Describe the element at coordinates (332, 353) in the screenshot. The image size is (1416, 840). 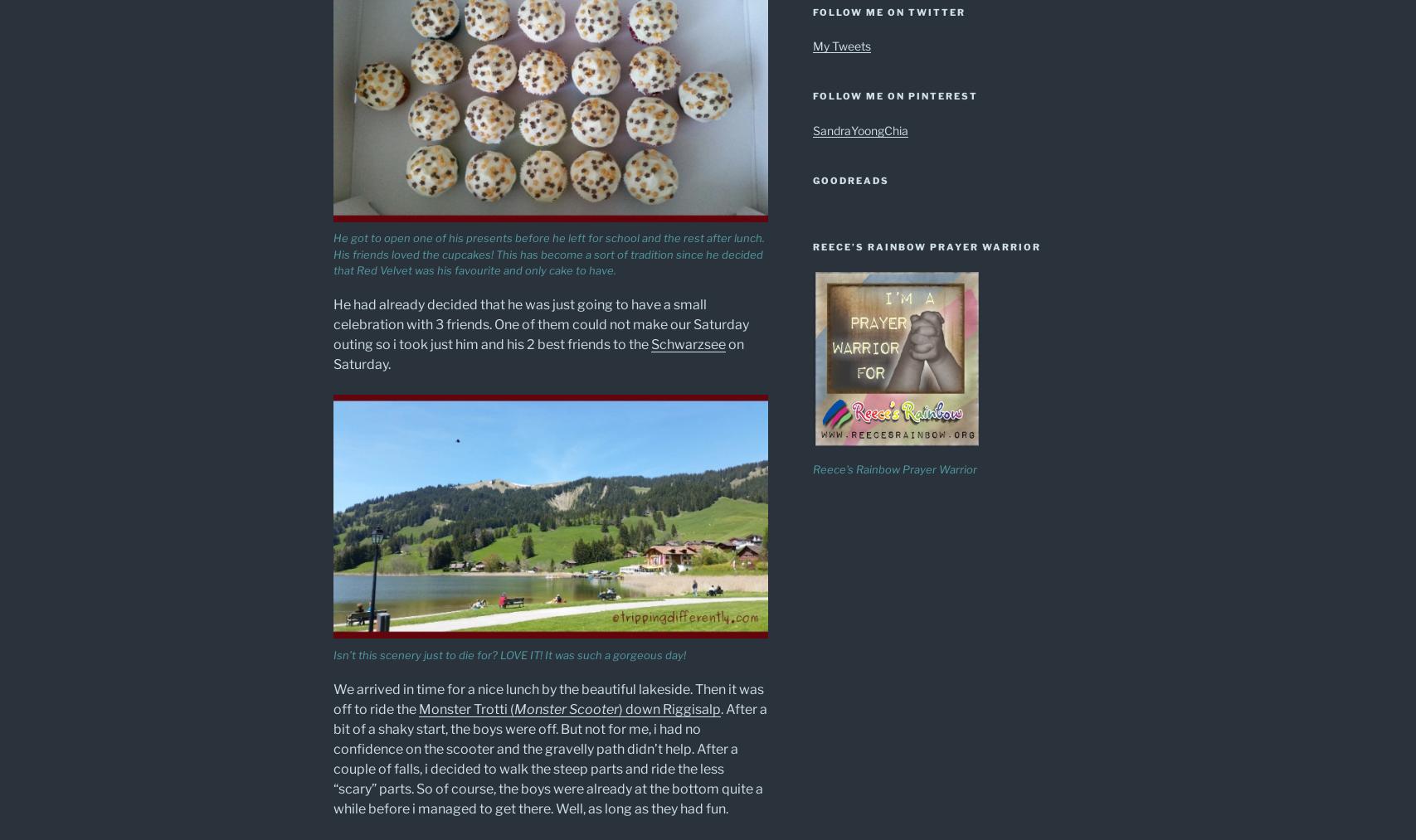
I see `'on Saturday.'` at that location.